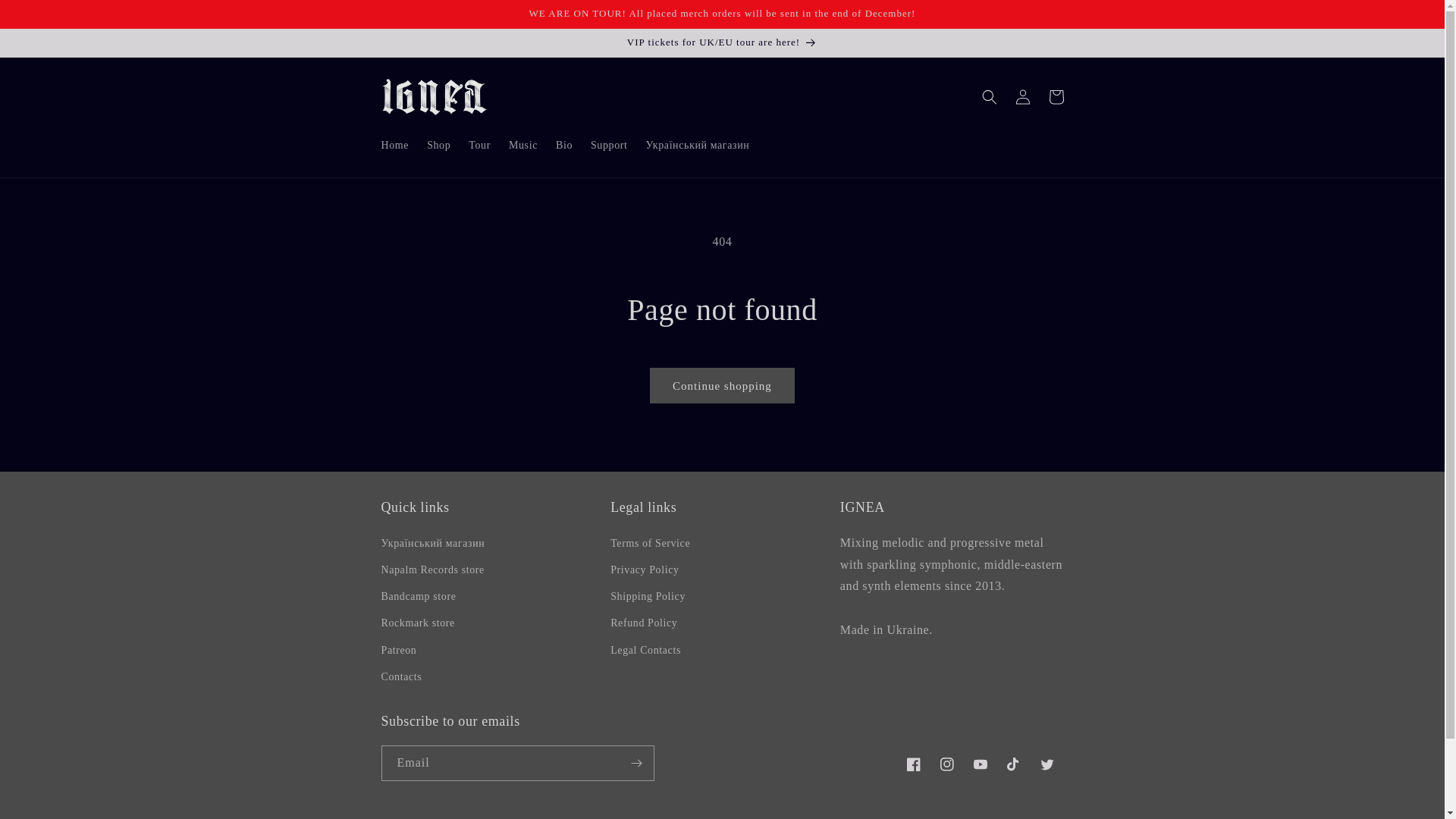 The height and width of the screenshot is (819, 1456). Describe the element at coordinates (546, 146) in the screenshot. I see `'Bio'` at that location.